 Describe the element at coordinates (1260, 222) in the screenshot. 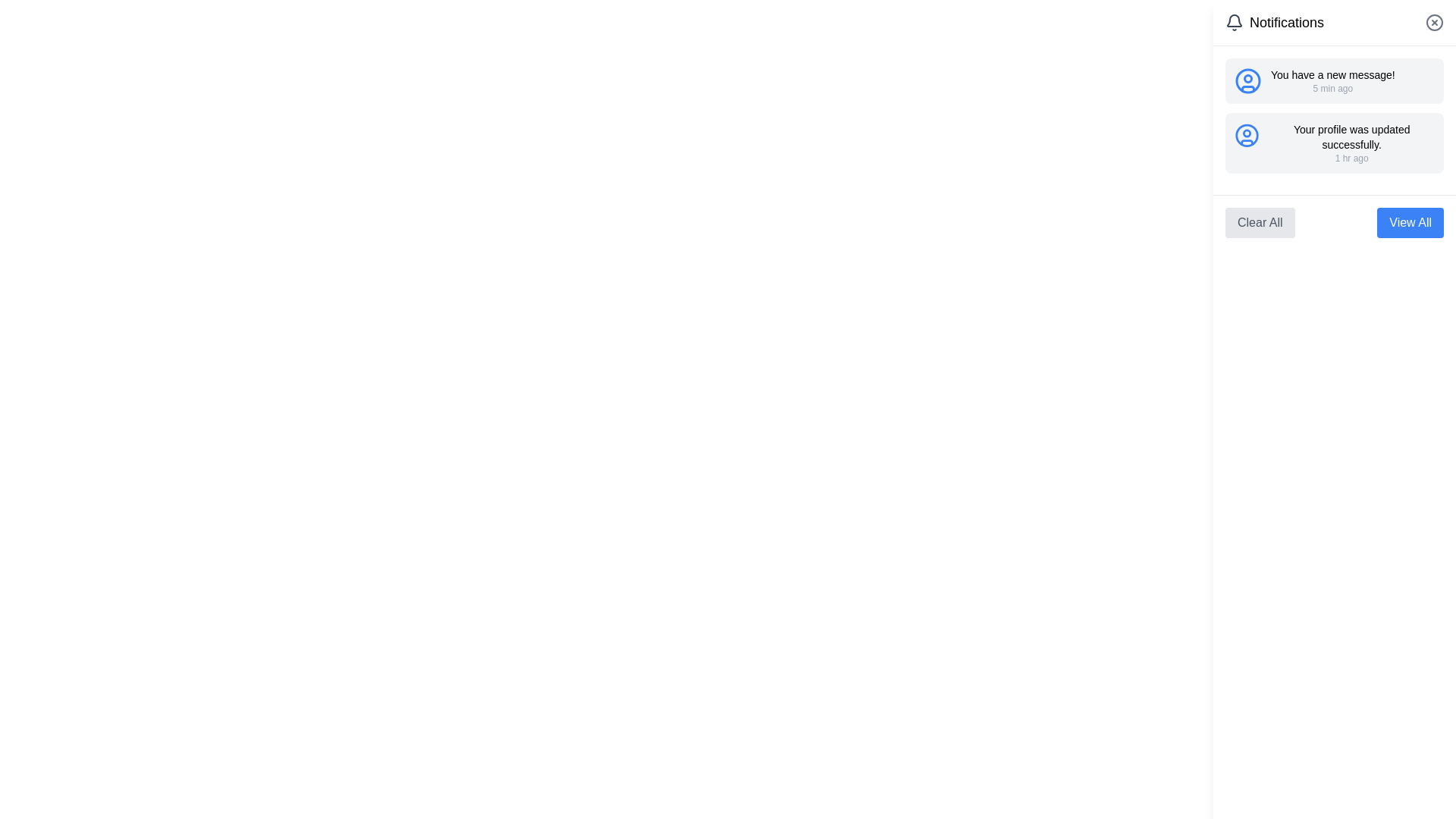

I see `the 'Clear All' button, which is a rectangular button with rounded corners located in the footer of the notification panel, to clear all notifications` at that location.